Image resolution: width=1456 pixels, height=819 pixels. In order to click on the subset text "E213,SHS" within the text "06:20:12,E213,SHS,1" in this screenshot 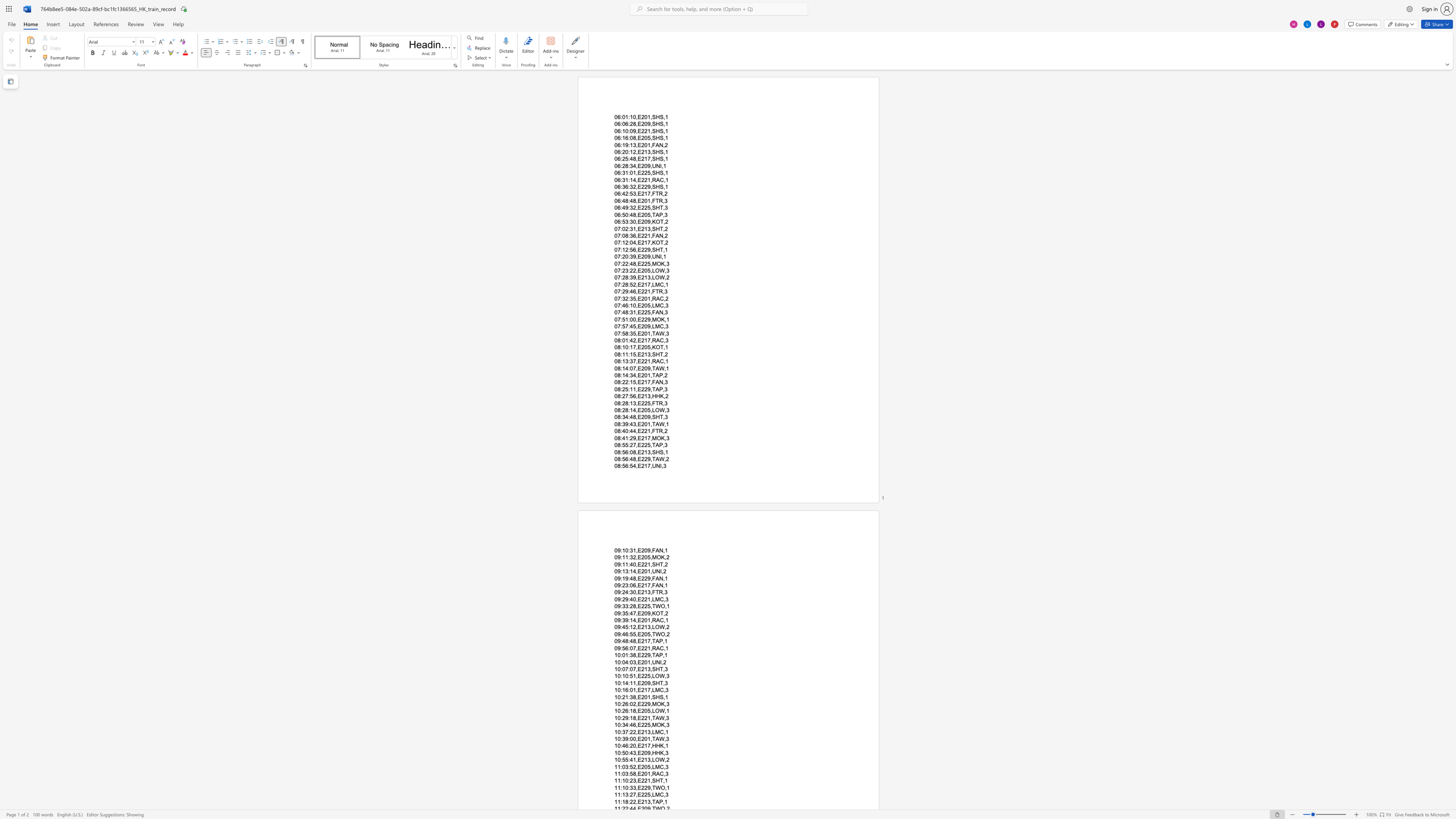, I will do `click(637, 151)`.